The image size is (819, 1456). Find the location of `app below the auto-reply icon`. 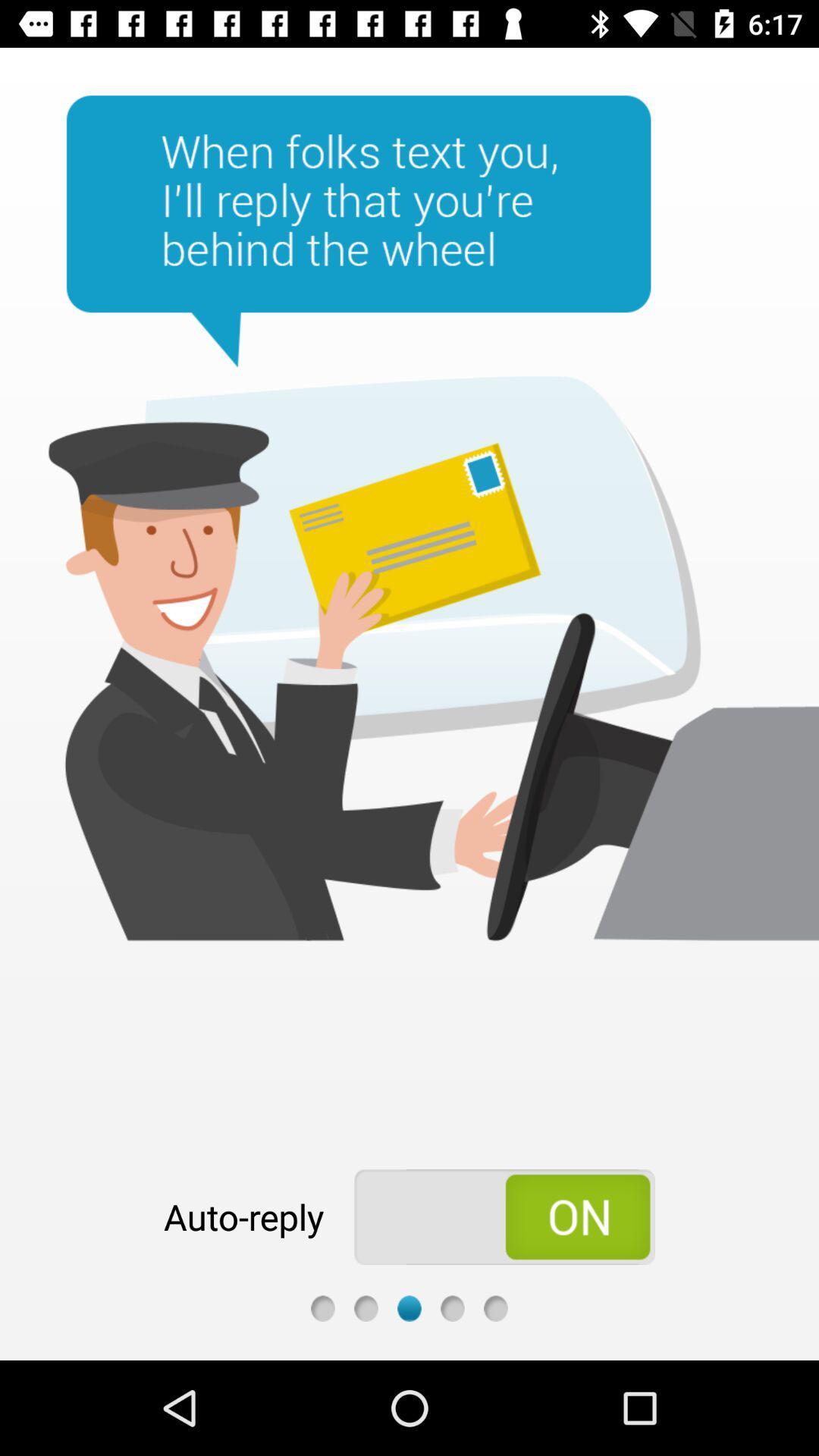

app below the auto-reply icon is located at coordinates (322, 1307).